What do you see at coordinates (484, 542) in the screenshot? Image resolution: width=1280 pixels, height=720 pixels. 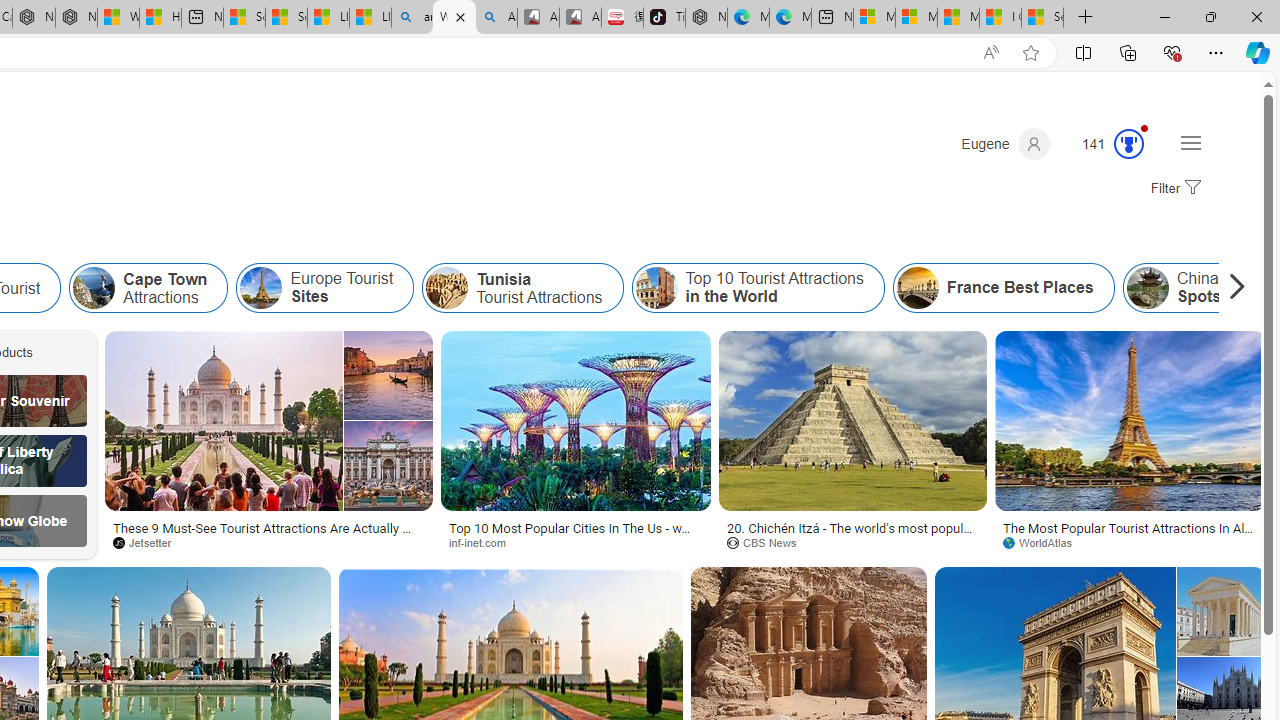 I see `'inf-inet.com'` at bounding box center [484, 542].